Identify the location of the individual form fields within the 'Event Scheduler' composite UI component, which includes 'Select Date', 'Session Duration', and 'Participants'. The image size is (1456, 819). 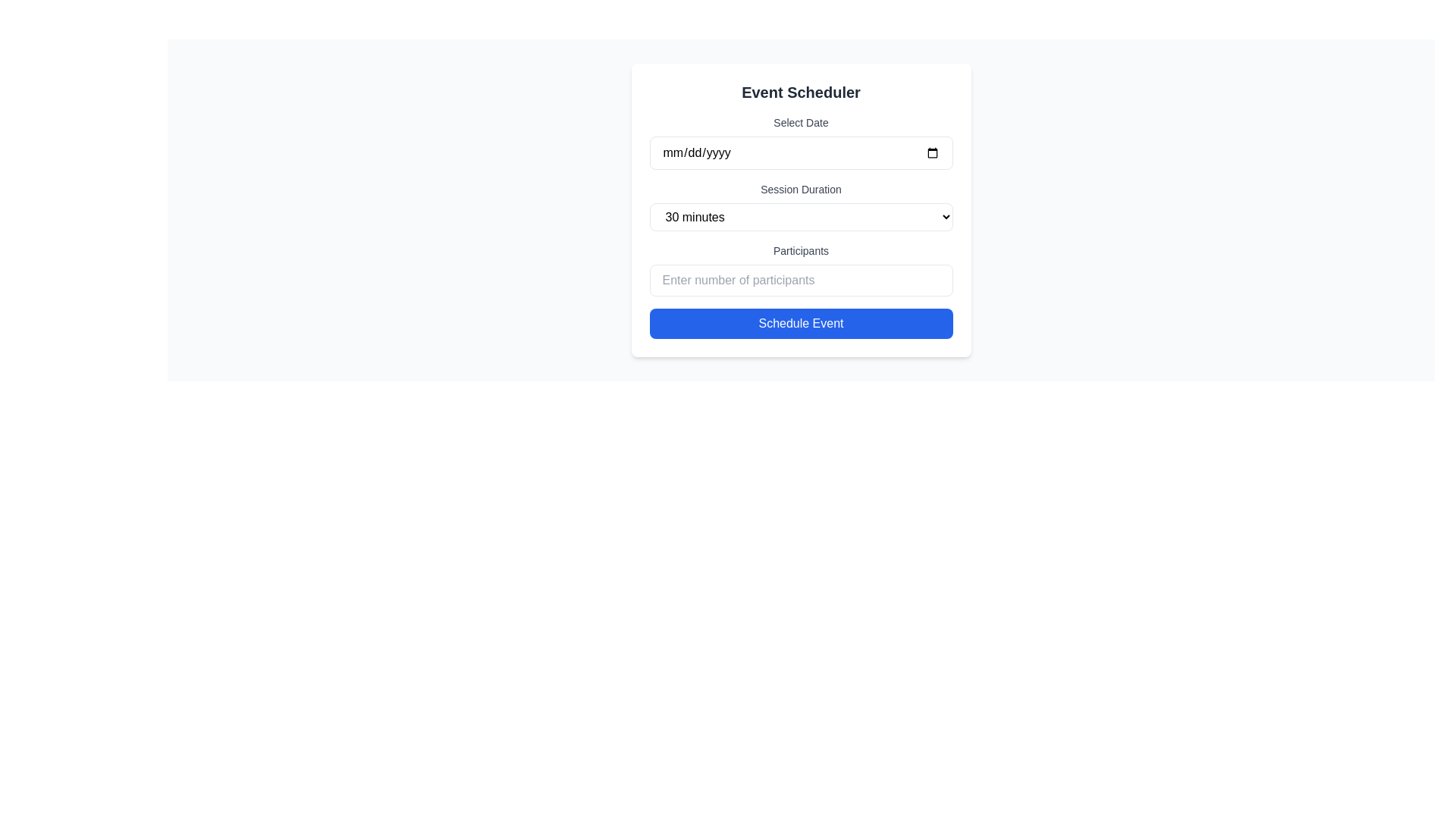
(800, 210).